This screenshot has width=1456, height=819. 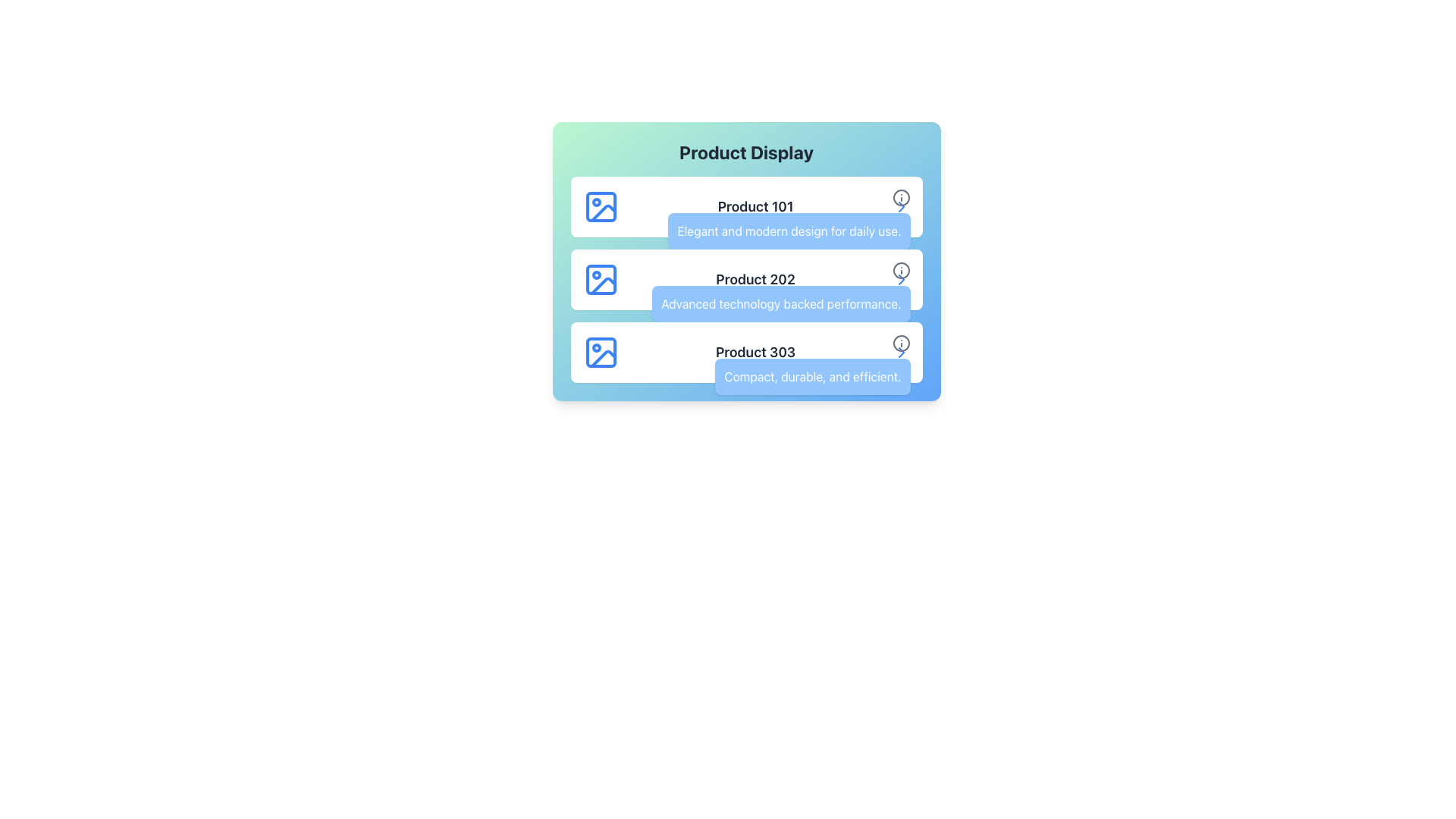 I want to click on the blue stroked angled shape icon located in the first row of the tabular display, so click(x=602, y=213).